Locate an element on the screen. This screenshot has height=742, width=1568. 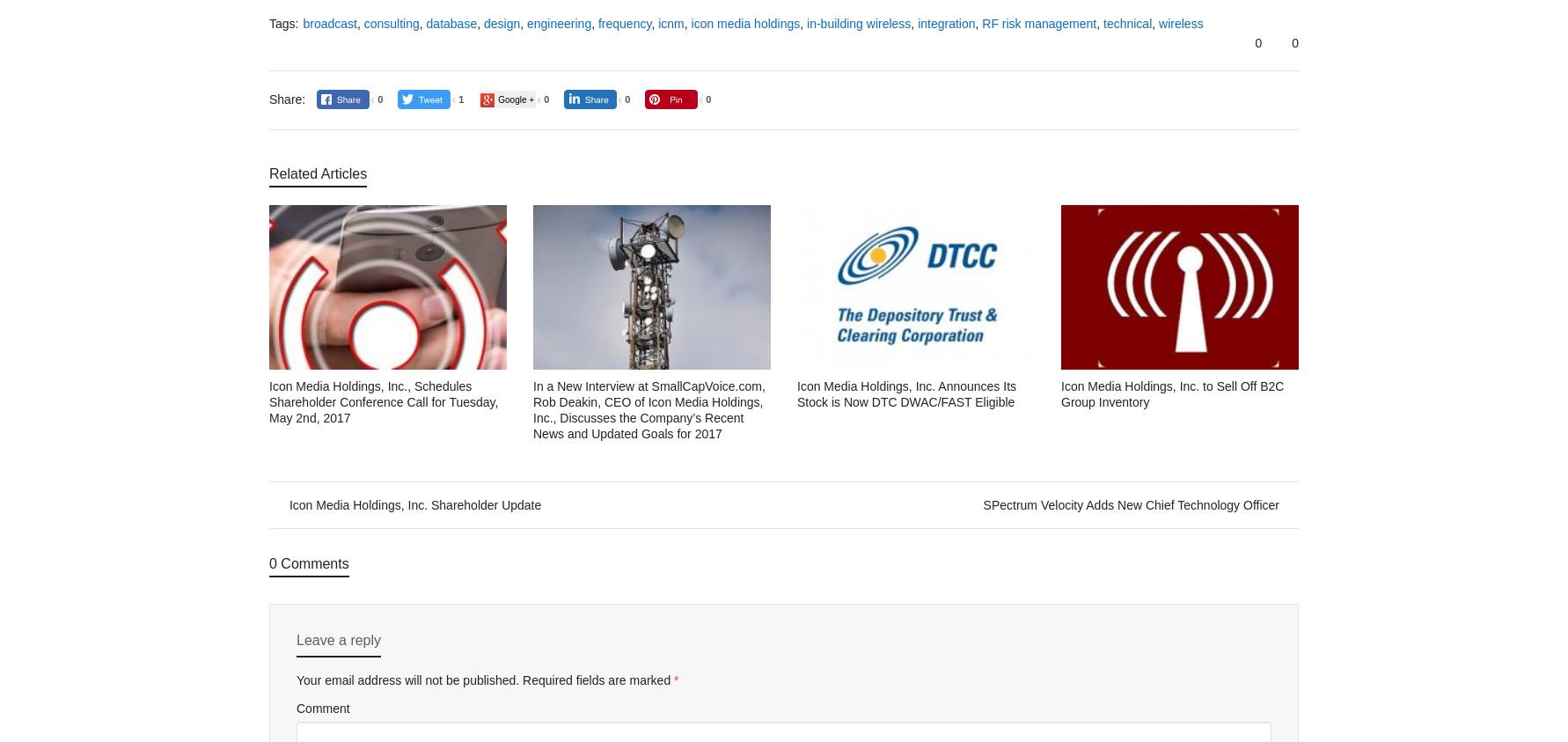
'Share:' is located at coordinates (286, 98).